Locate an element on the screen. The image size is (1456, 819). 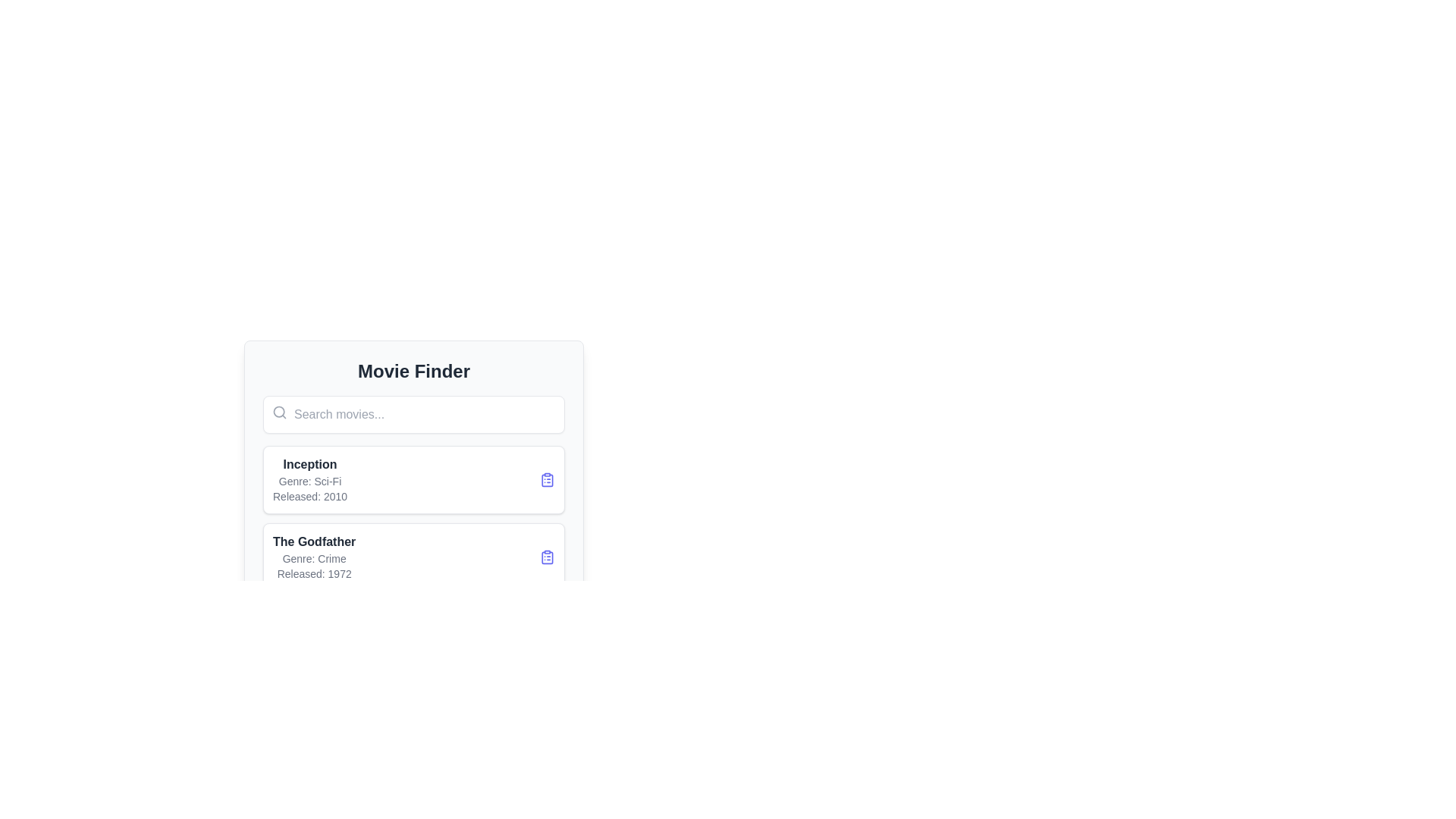
the circular gray magnifying glass icon located in the upper left corner of the search input box, which is associated with the placeholder text 'Search movies...' is located at coordinates (280, 412).